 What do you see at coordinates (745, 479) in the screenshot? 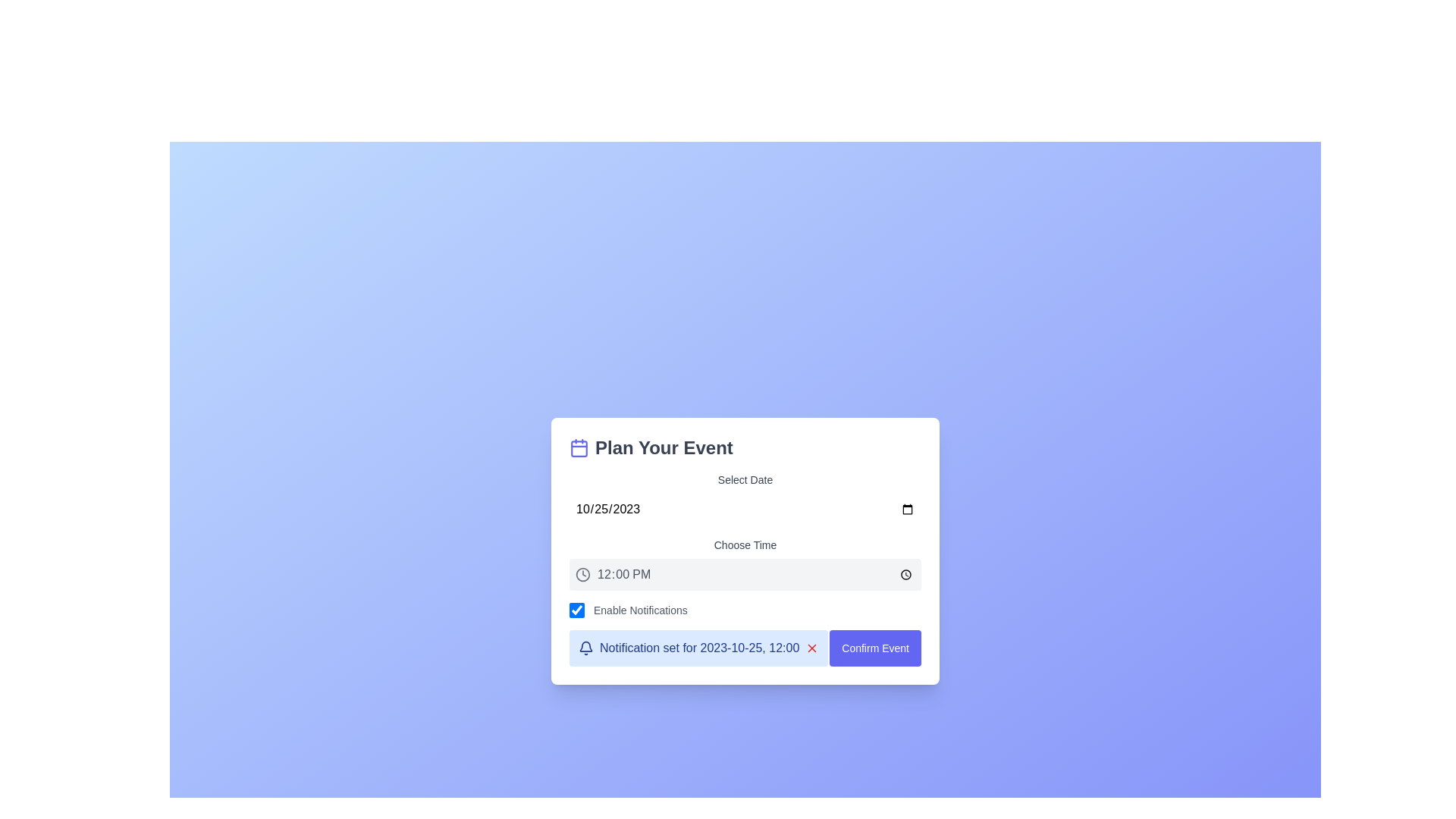
I see `the Text Label that serves as a guide for the date input field in the 'Plan Your Event' panel, located at the top center of the panel` at bounding box center [745, 479].